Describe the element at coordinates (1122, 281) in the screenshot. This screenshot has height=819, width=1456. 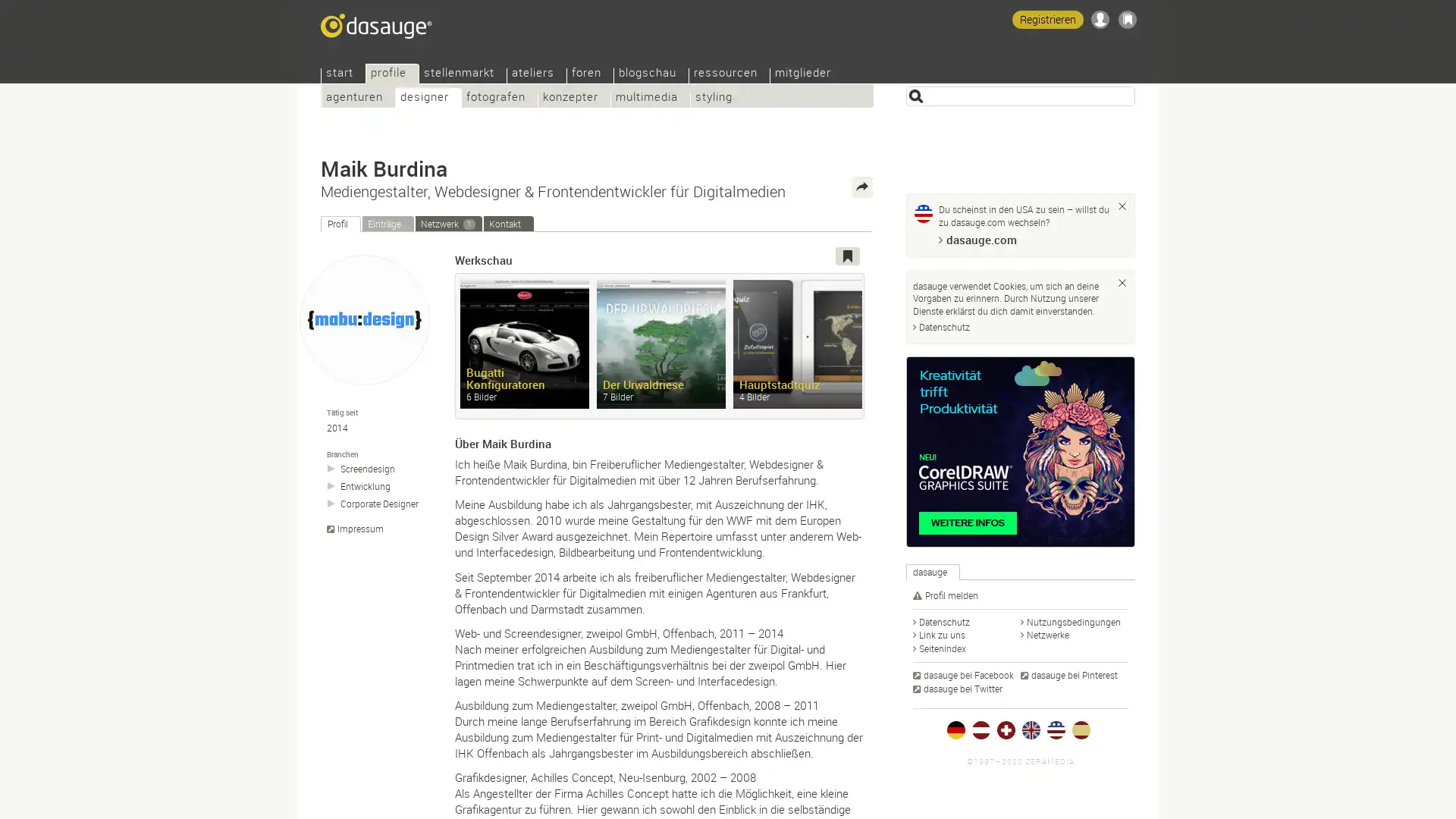
I see `Ich wei` at that location.